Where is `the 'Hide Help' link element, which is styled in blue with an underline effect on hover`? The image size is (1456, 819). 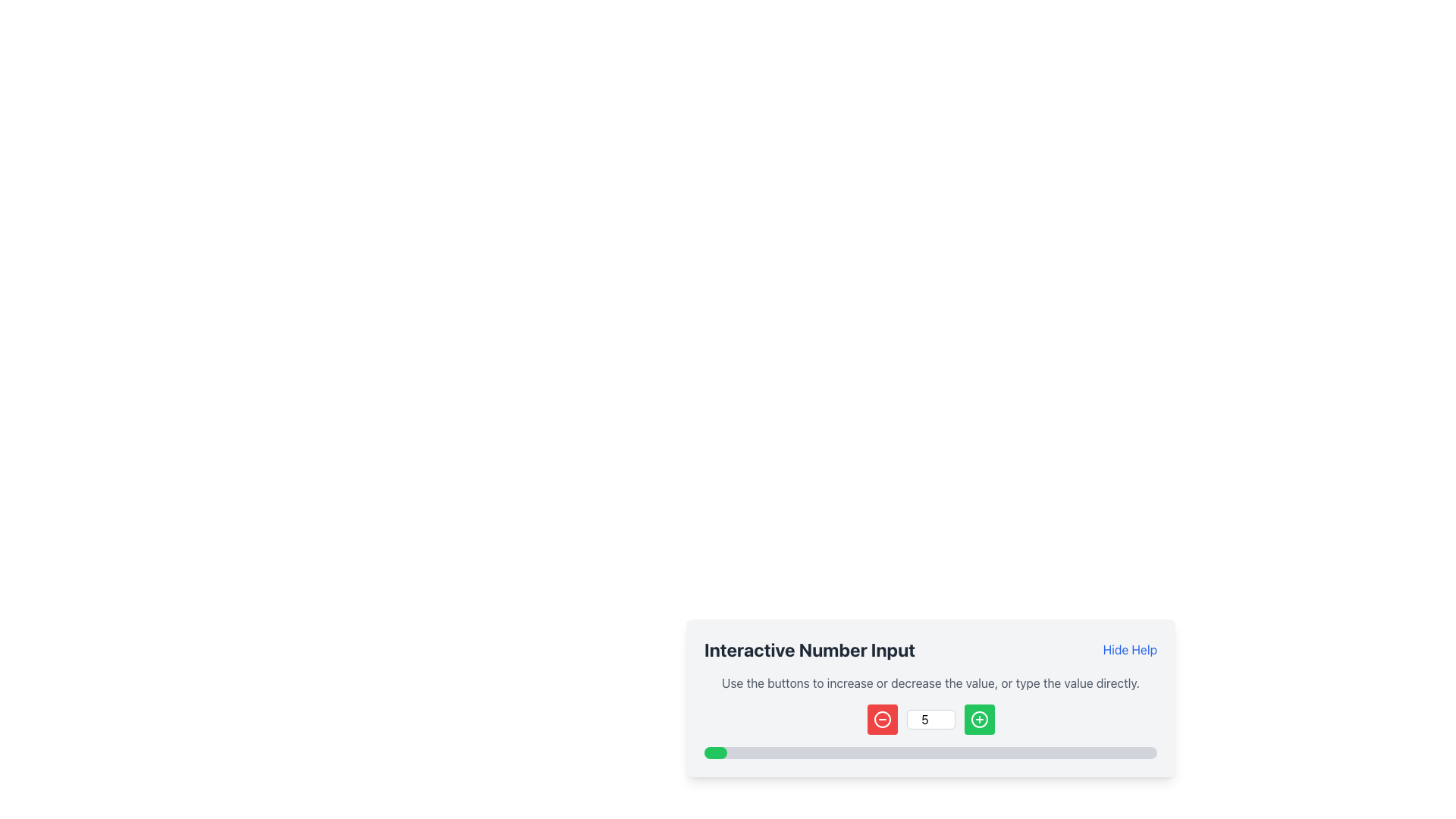 the 'Hide Help' link element, which is styled in blue with an underline effect on hover is located at coordinates (1129, 648).